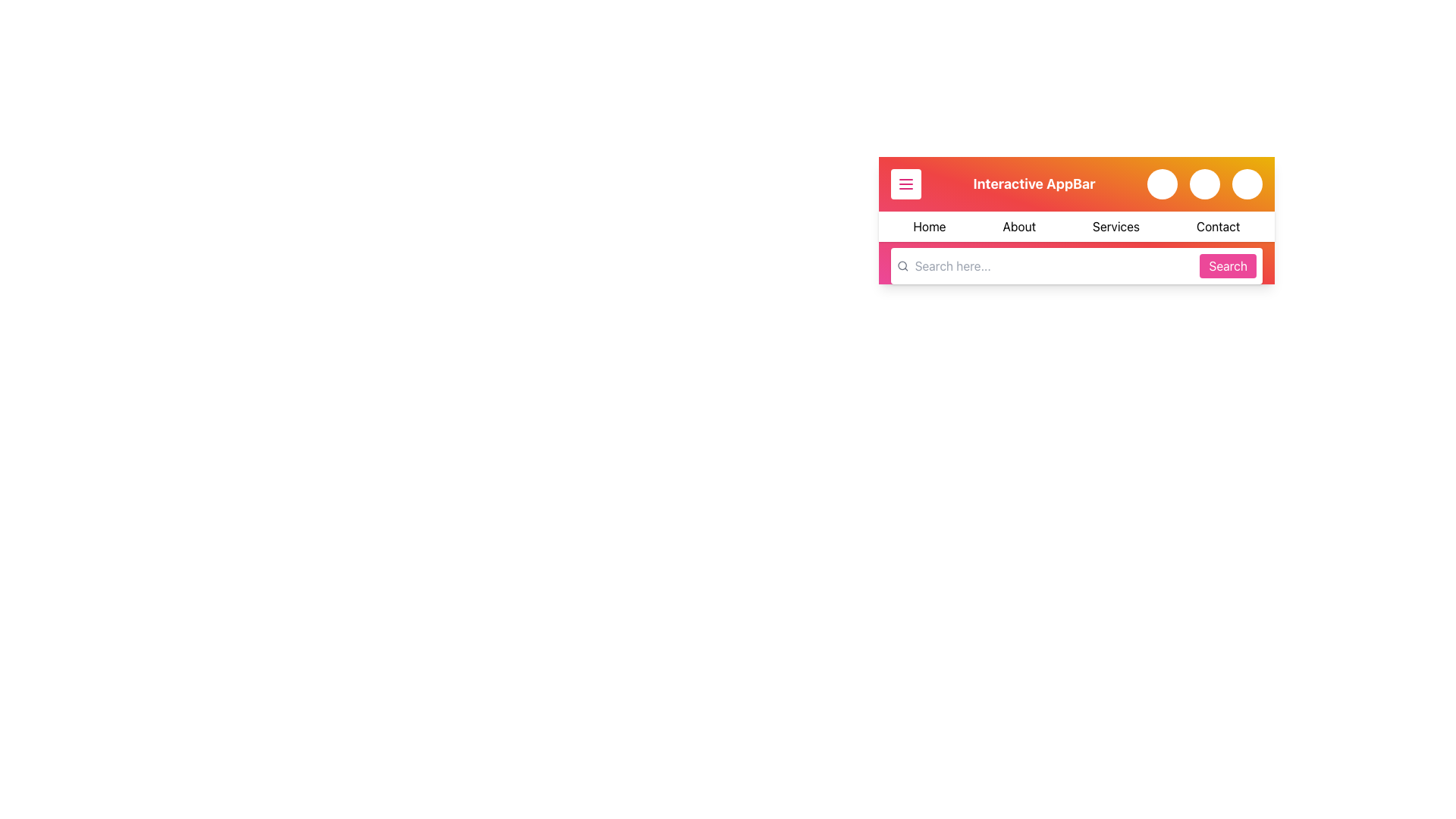 This screenshot has width=1456, height=819. I want to click on the user profile or account menu button located at the far right of the top navigation bar to trigger a visual hover effect, so click(1247, 184).